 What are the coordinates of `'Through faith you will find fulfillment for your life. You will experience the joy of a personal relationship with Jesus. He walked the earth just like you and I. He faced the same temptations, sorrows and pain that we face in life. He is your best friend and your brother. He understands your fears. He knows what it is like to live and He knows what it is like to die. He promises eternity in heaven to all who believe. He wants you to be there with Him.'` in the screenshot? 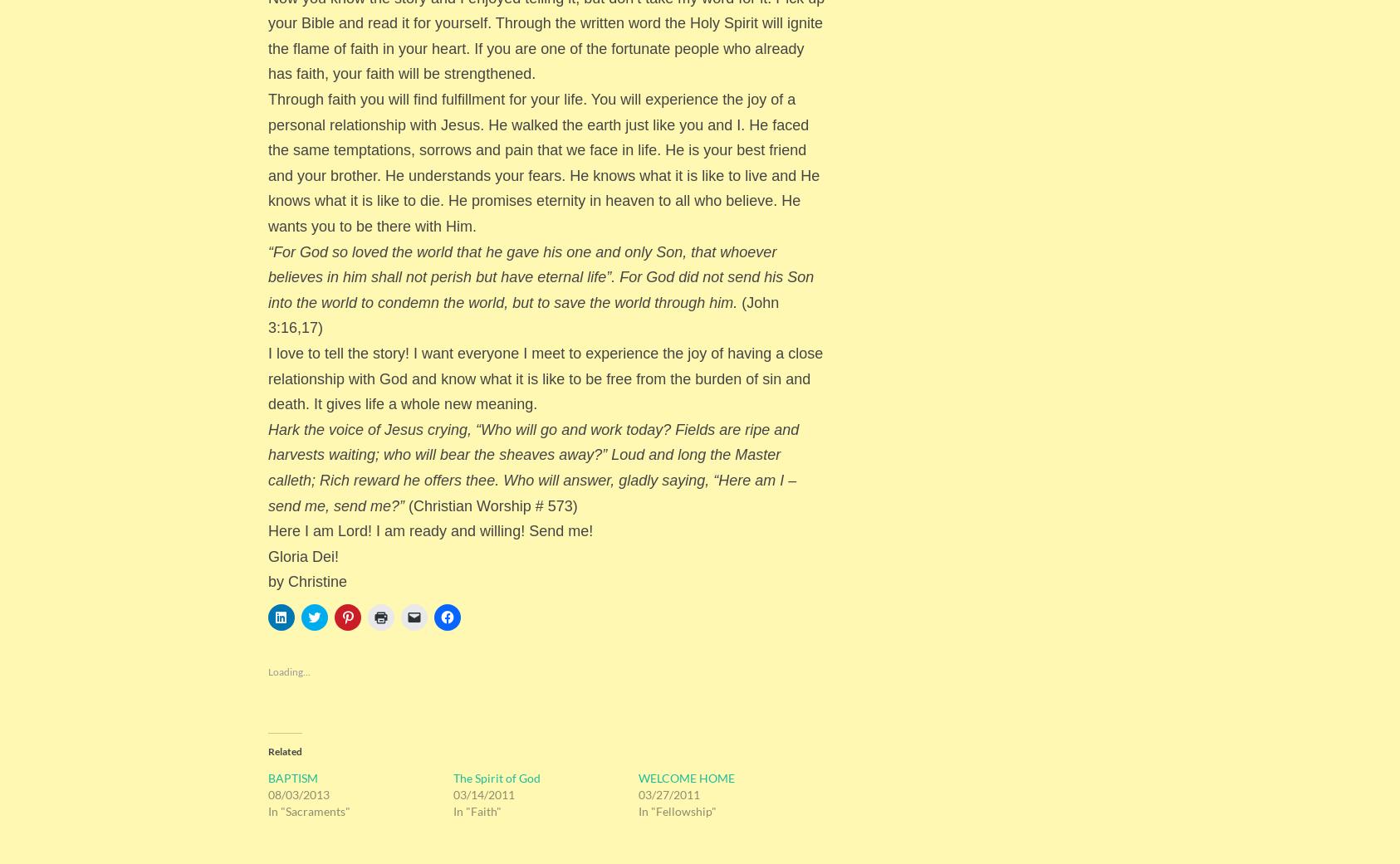 It's located at (543, 163).